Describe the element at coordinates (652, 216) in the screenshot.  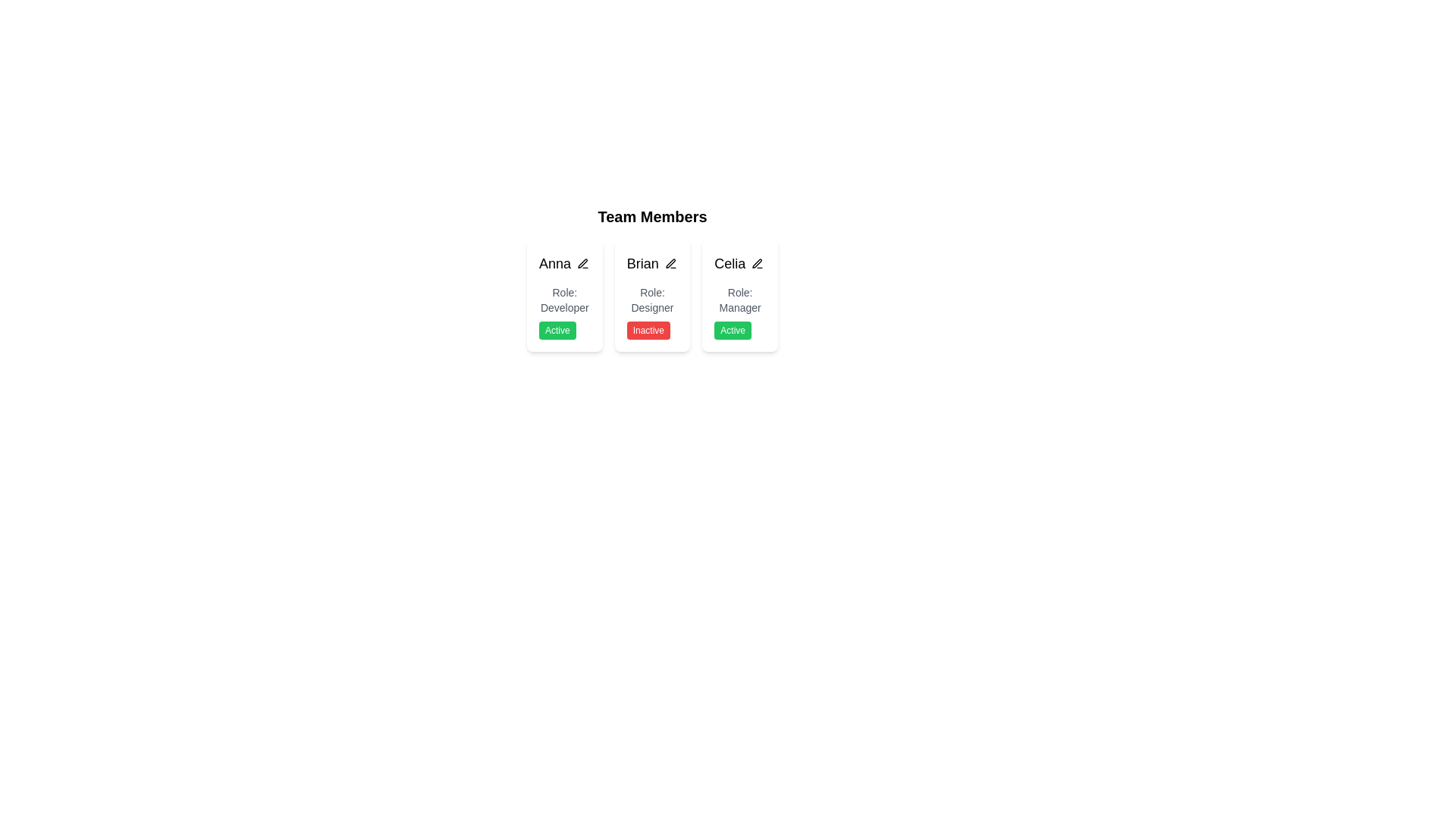
I see `the bold, large-sized text reading 'Team Members' located centrally above the team member profiles grid` at that location.